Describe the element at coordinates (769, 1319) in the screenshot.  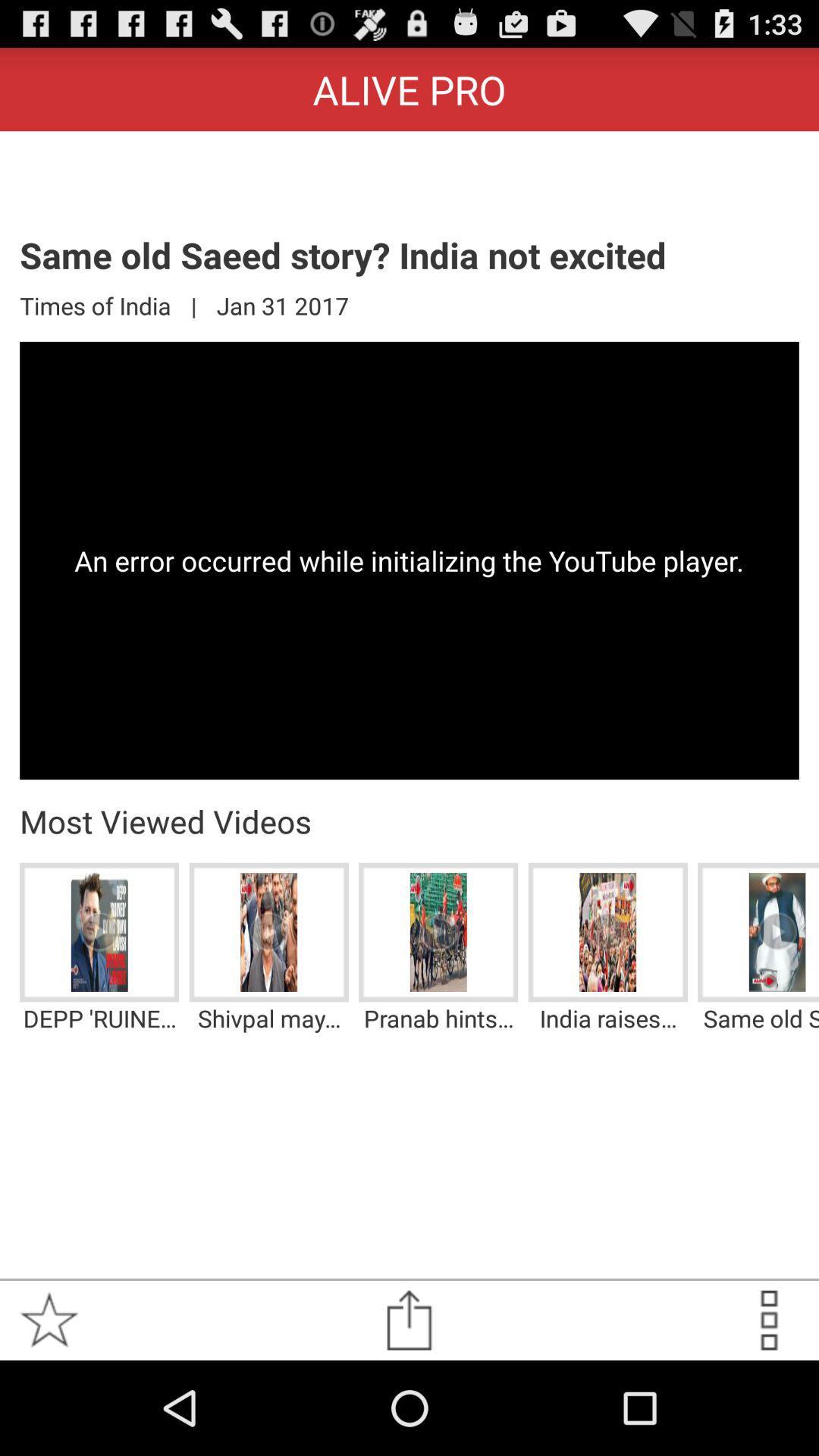
I see `to your queue` at that location.